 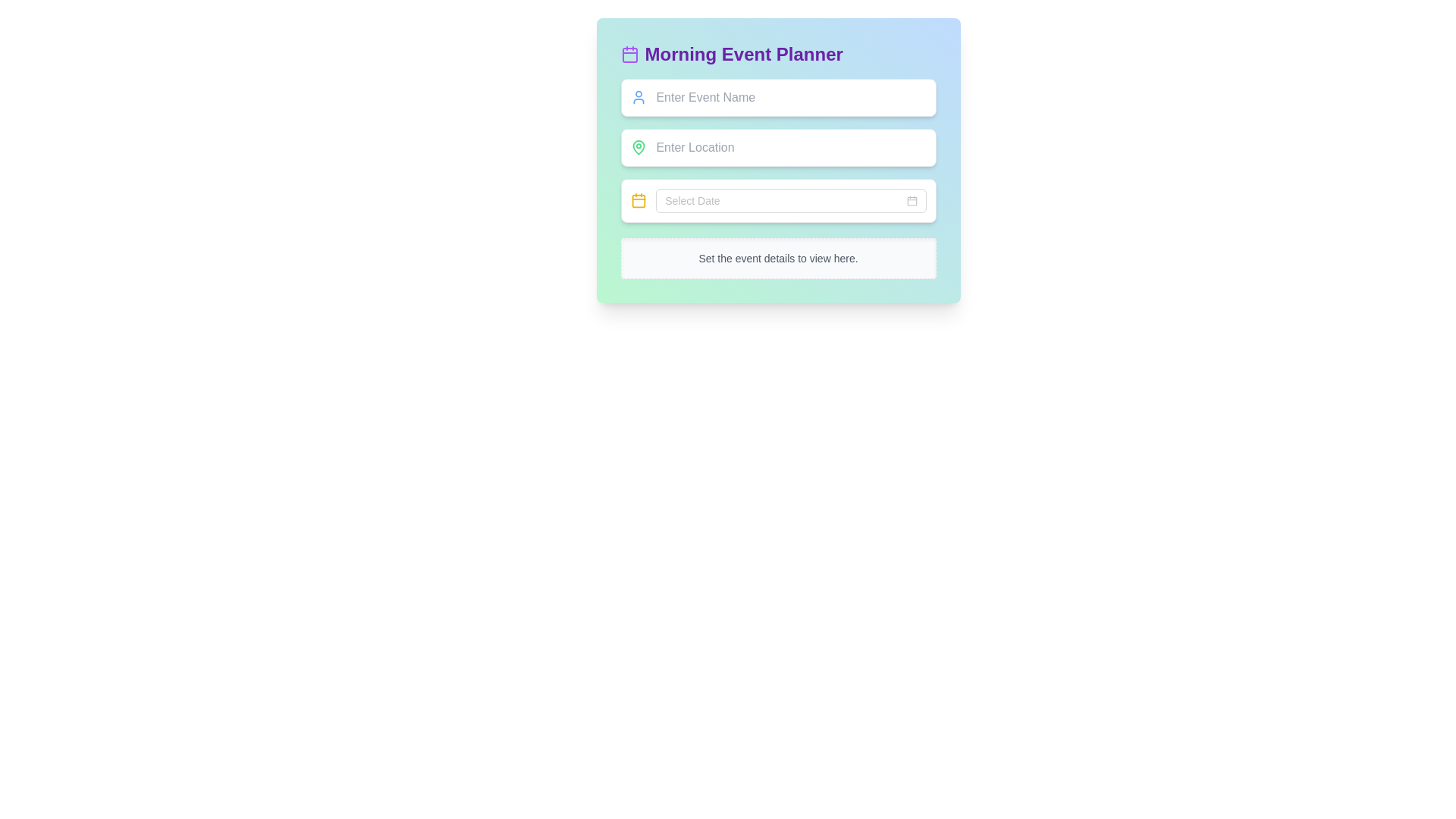 I want to click on the location pin icon that is part of the 'Enter Location' input field, located to the left of the text area, so click(x=639, y=148).